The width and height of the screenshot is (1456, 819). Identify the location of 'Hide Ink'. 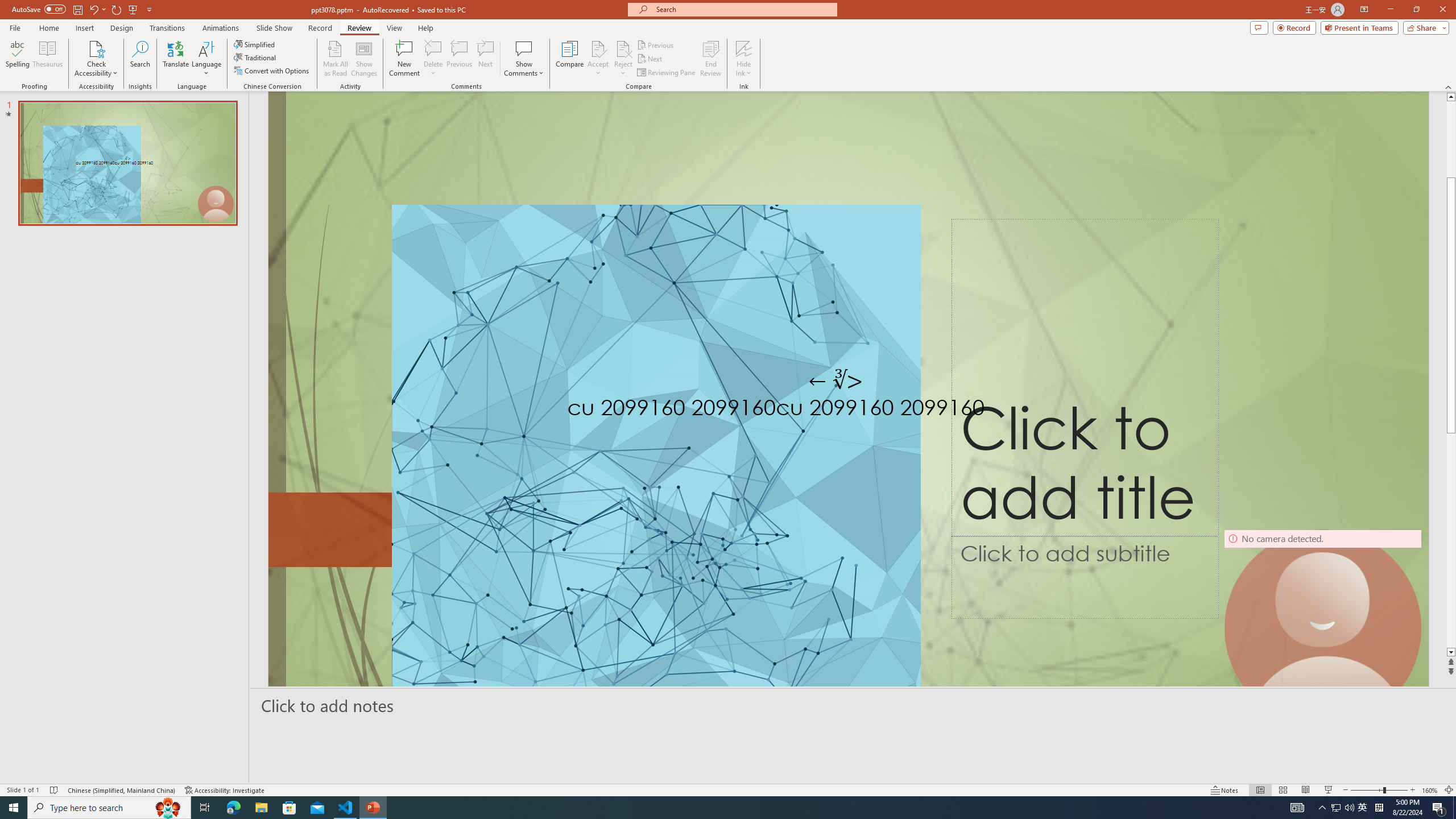
(744, 48).